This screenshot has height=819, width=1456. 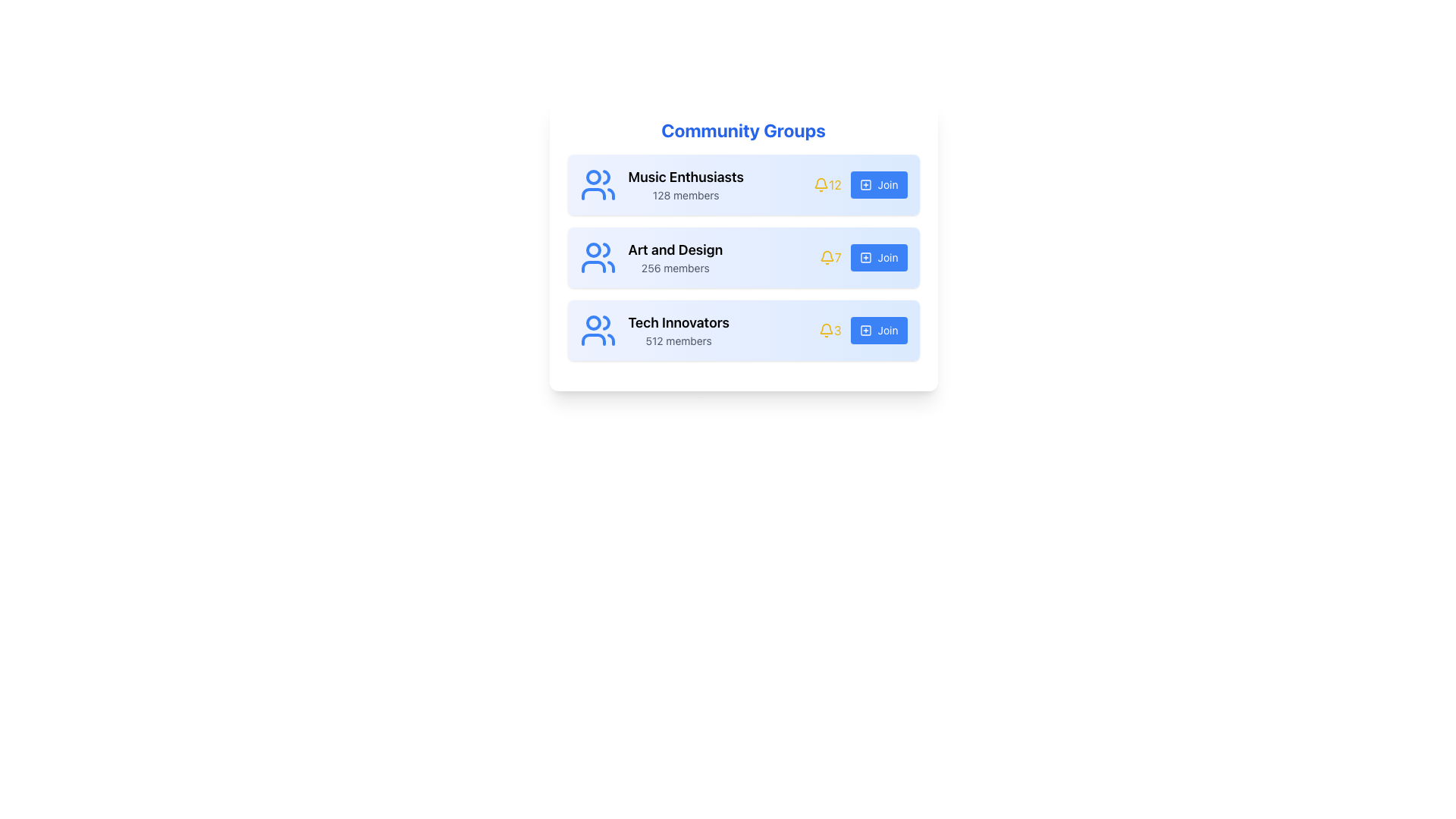 I want to click on the minimalist blue human figures icon located to the left of the 'Tech Innovators' text in the community groups list, so click(x=597, y=329).